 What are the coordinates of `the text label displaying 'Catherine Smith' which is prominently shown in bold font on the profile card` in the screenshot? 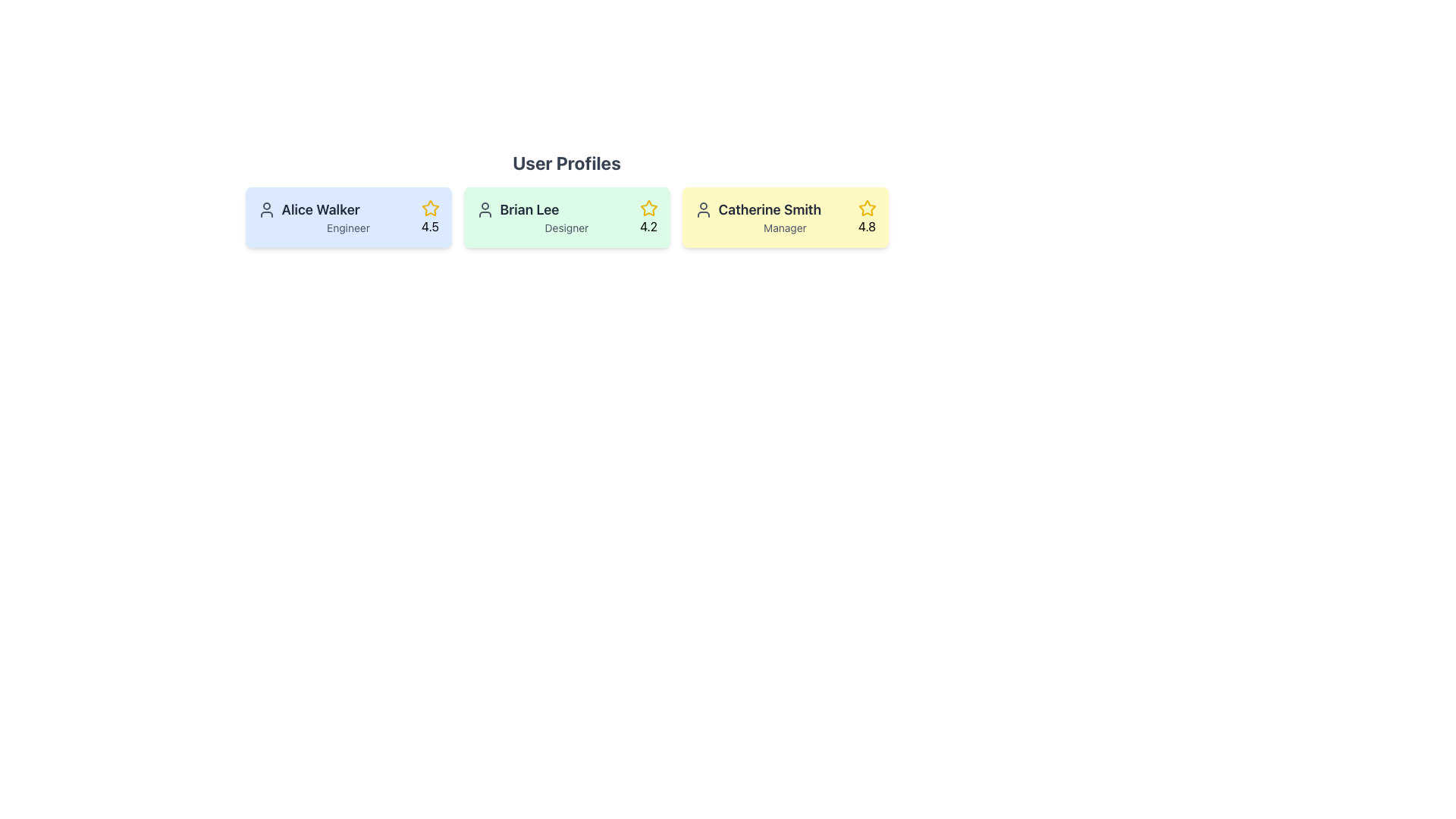 It's located at (785, 210).